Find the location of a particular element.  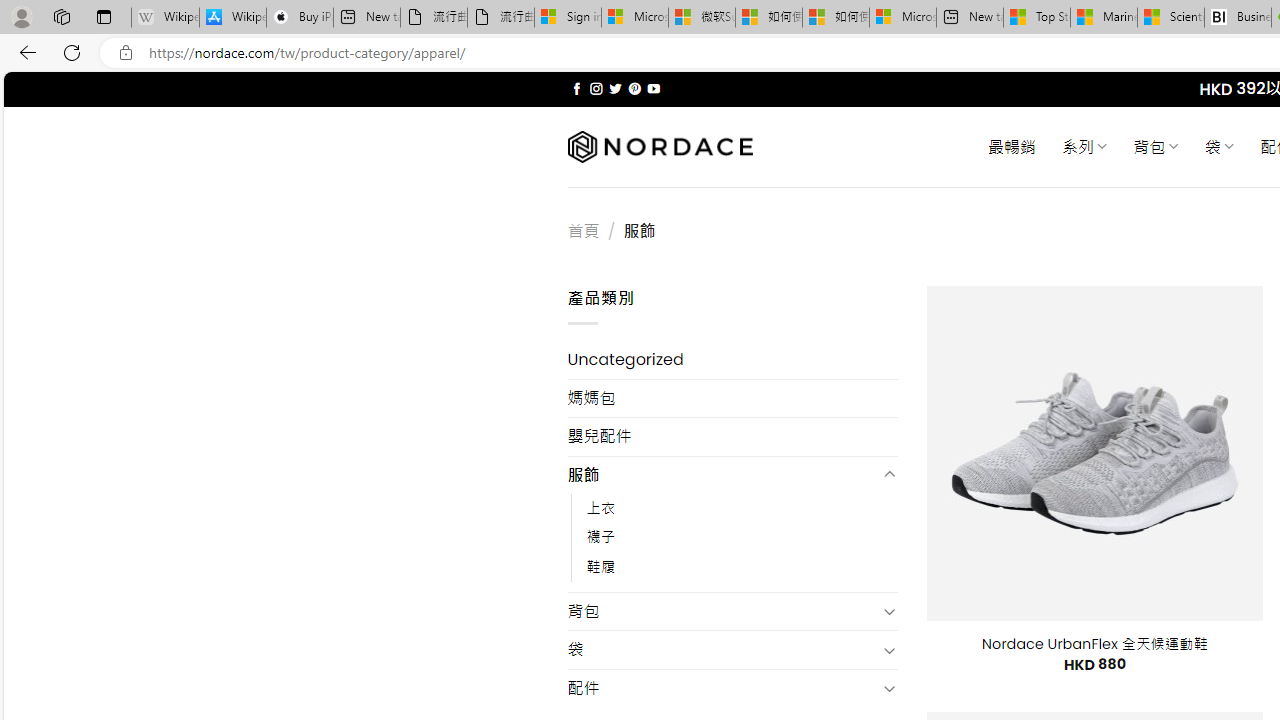

'Follow on Twitter' is located at coordinates (614, 88).